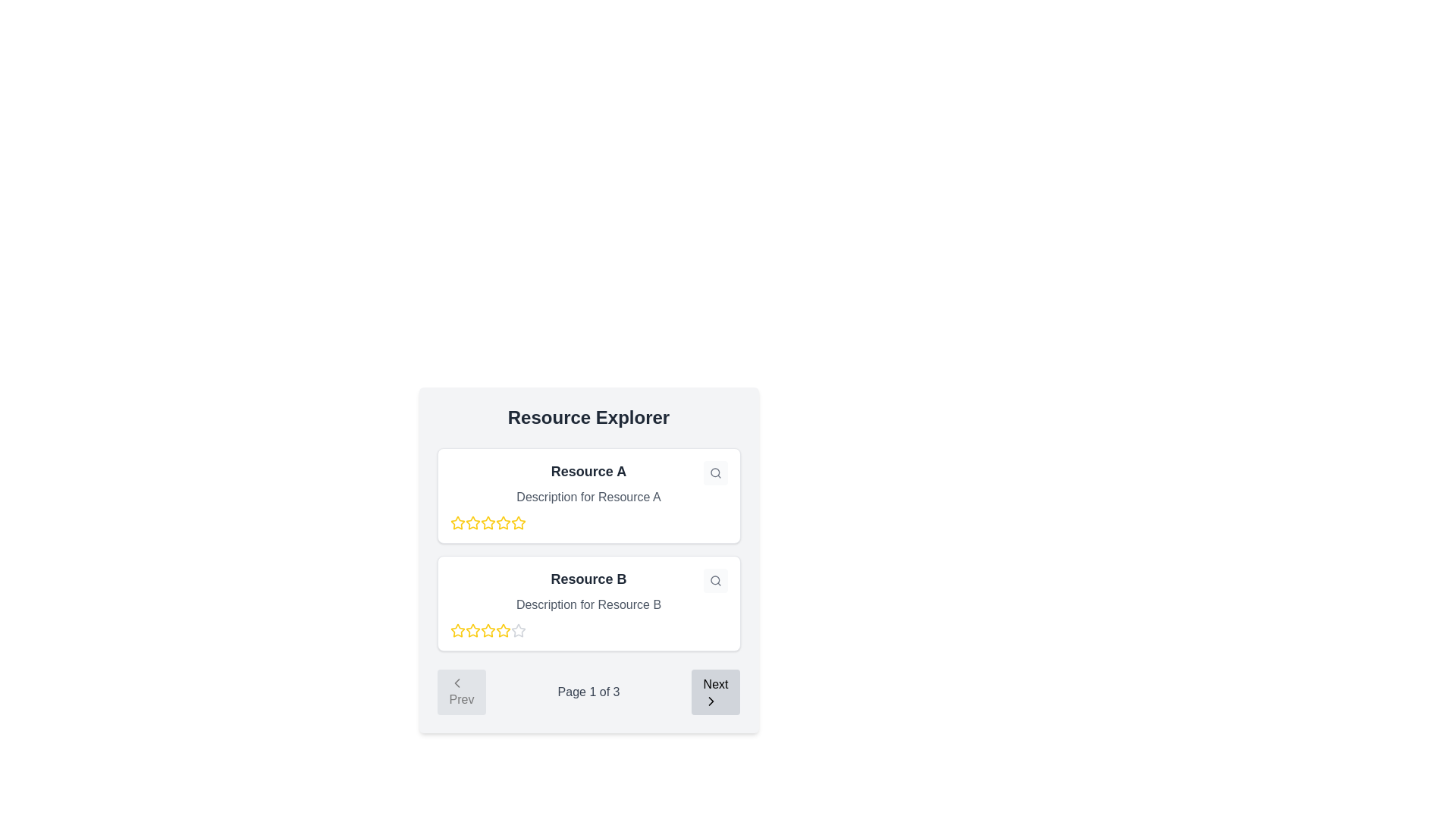 The width and height of the screenshot is (1456, 819). What do you see at coordinates (472, 522) in the screenshot?
I see `the third yellow star icon in the rating system under the header 'Resource A' for accessibility purposes` at bounding box center [472, 522].